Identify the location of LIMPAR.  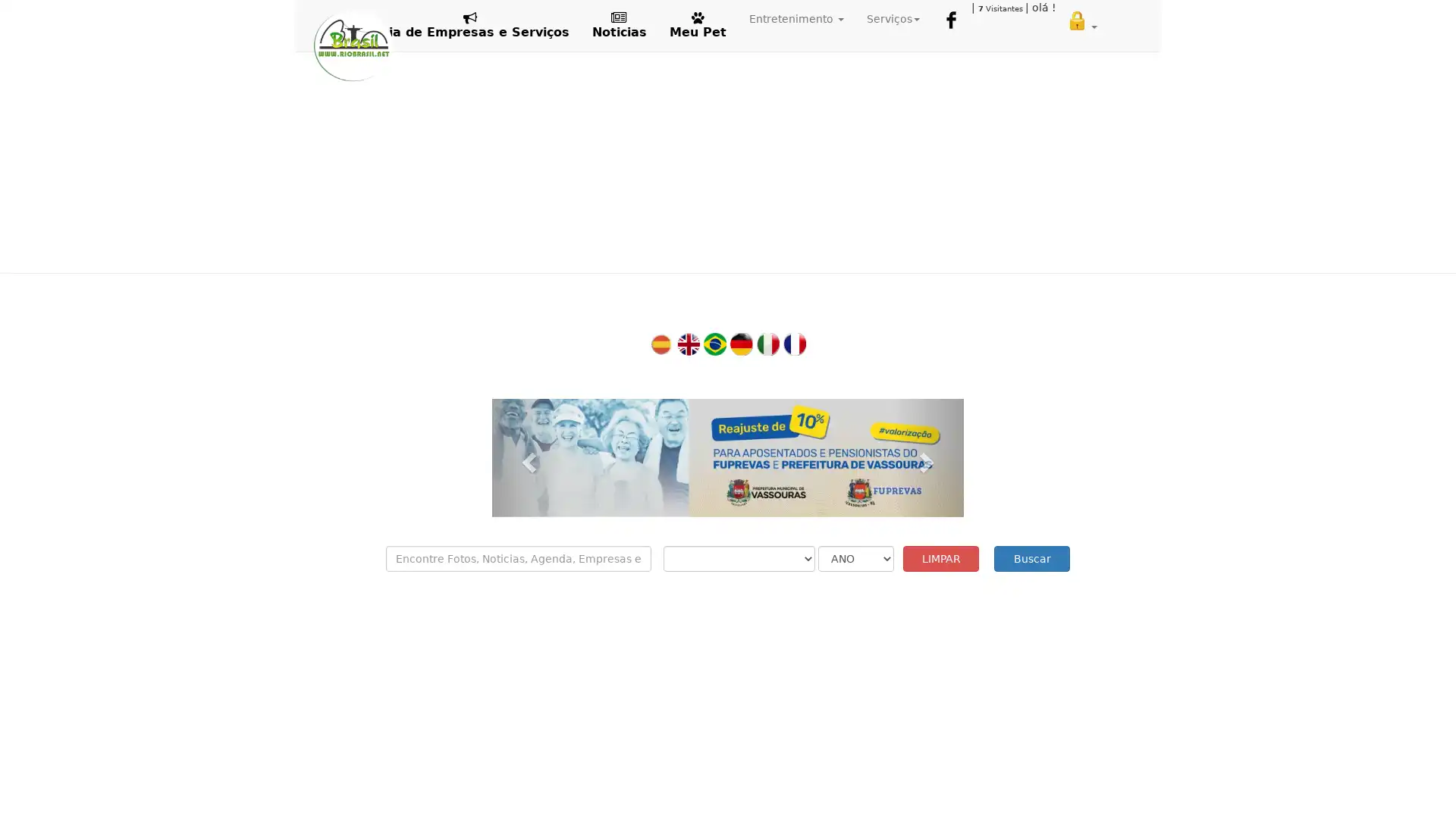
(940, 558).